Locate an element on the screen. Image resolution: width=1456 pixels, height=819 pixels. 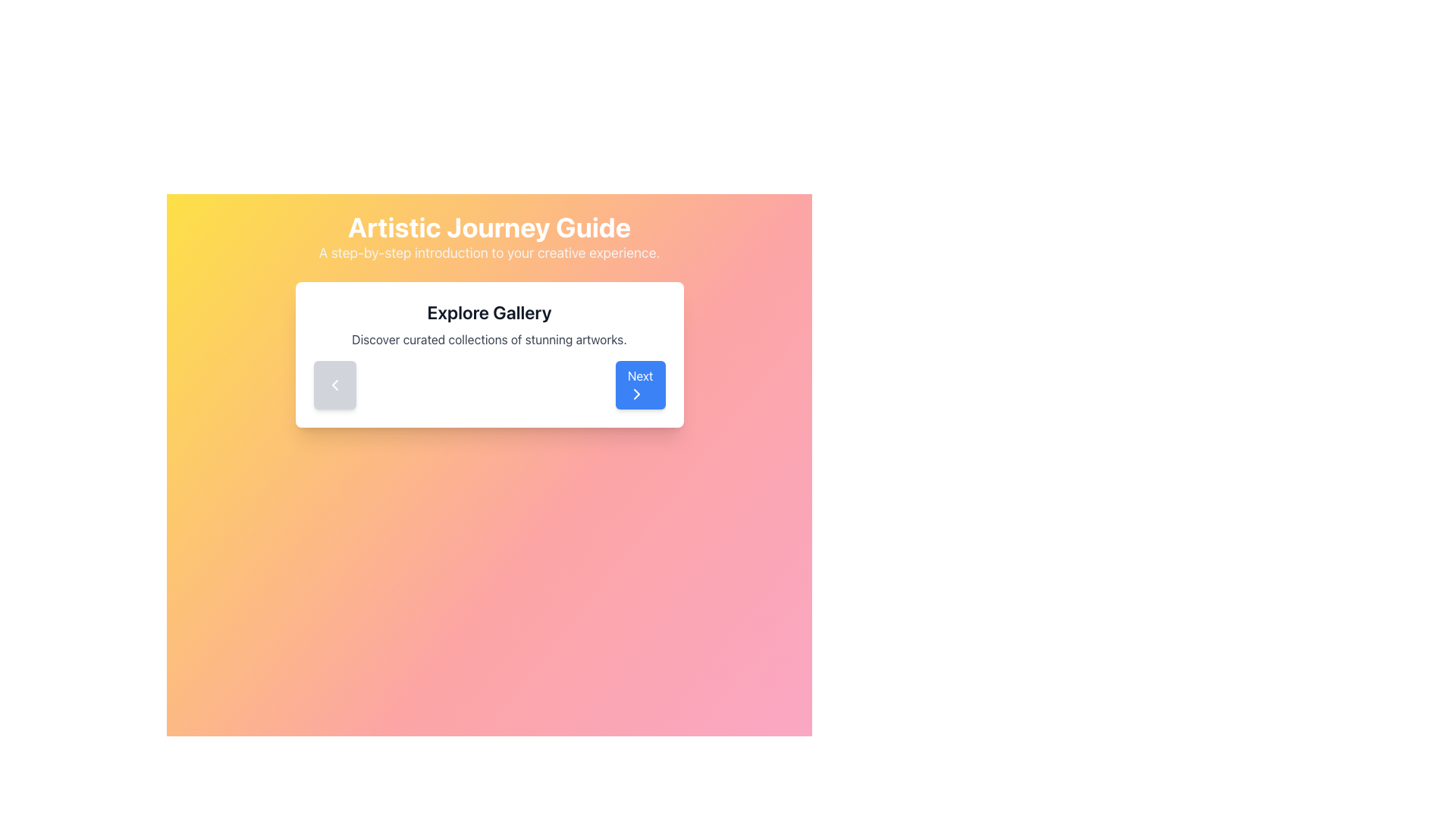
the 'Next' button, which is a medium-sized rectangular button with rounded corners, a vivid blue background, and the text 'Next' in white, located at the bottom right of a prominent card is located at coordinates (640, 384).